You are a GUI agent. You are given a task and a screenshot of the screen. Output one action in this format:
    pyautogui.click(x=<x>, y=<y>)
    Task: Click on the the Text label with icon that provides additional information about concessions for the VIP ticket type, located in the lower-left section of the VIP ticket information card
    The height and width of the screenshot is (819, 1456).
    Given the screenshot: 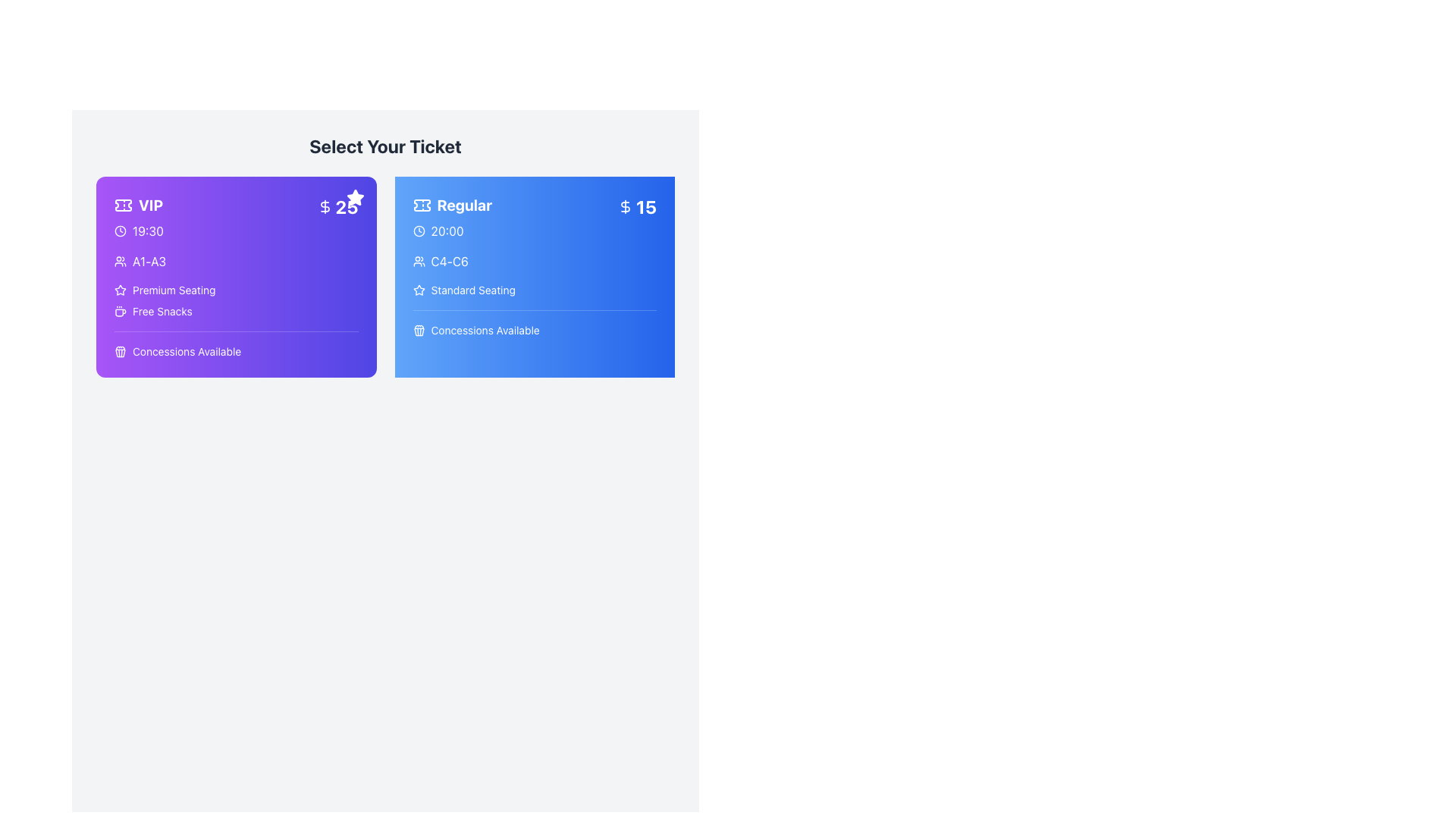 What is the action you would take?
    pyautogui.click(x=177, y=351)
    